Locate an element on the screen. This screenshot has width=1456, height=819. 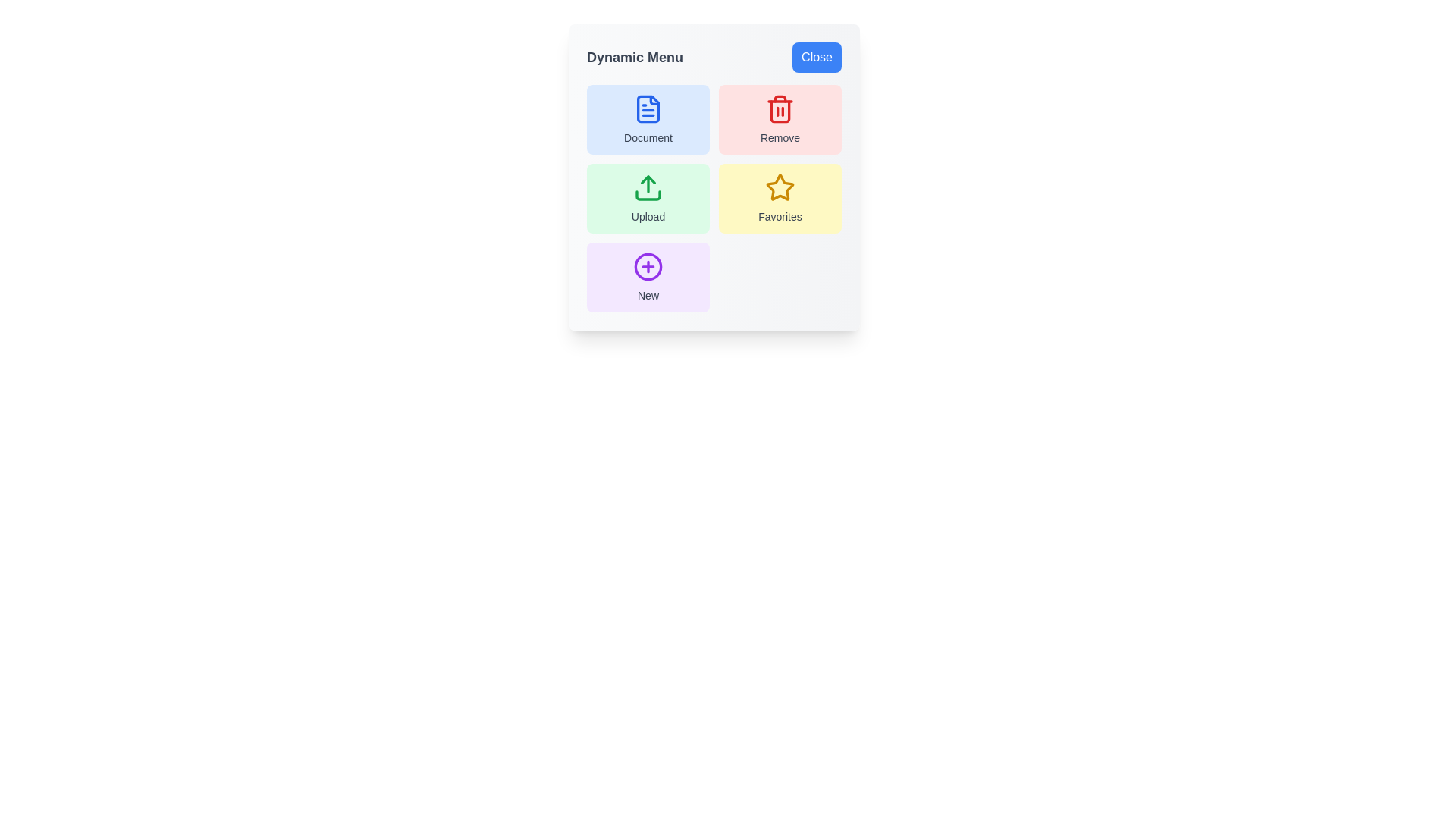
the static text label indicating the 'Favorites' action, located at the bottom-right corner of the button grid, directly below the star icon is located at coordinates (780, 216).